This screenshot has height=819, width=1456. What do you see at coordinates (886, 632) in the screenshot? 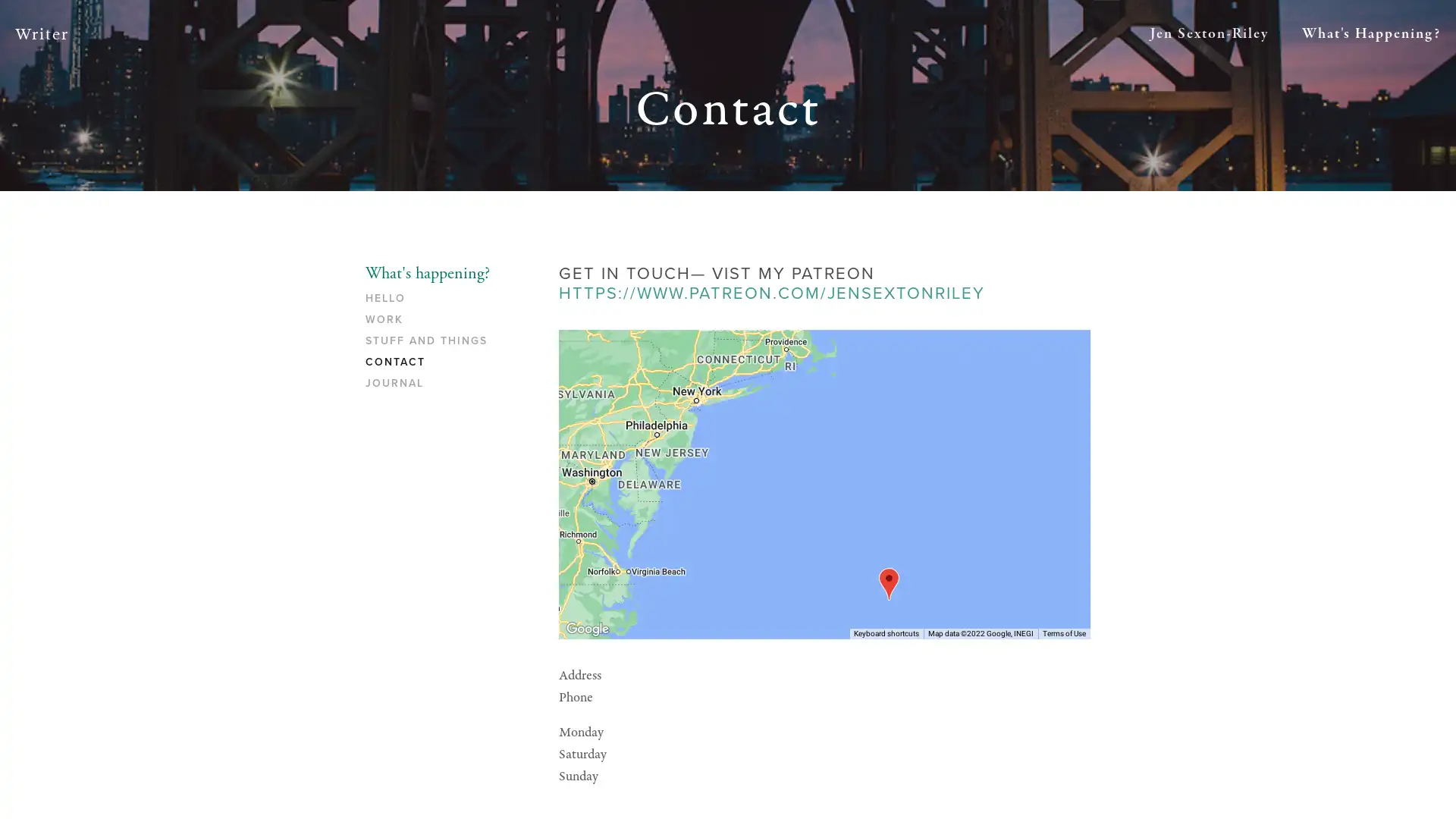
I see `Keyboard shortcuts` at bounding box center [886, 632].